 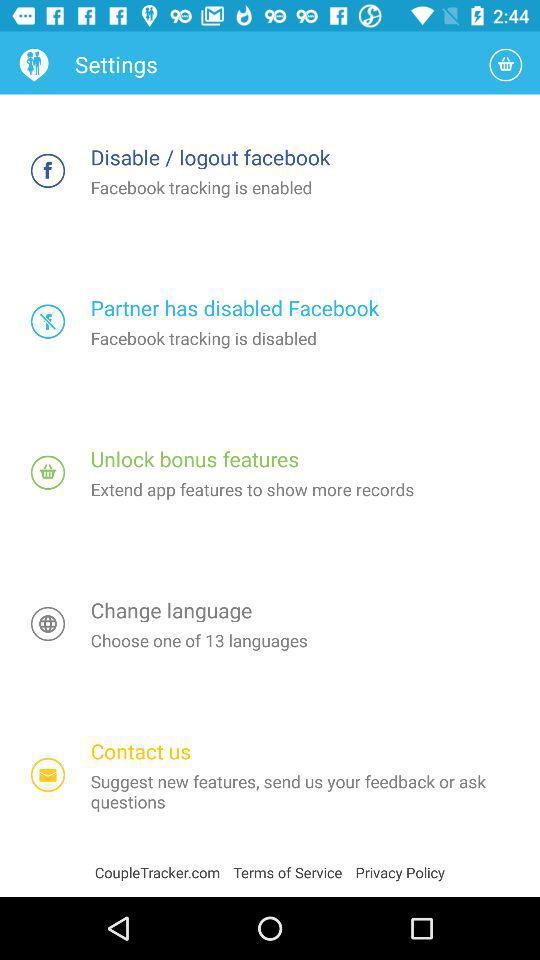 What do you see at coordinates (400, 871) in the screenshot?
I see `the item to the right of terms of service` at bounding box center [400, 871].